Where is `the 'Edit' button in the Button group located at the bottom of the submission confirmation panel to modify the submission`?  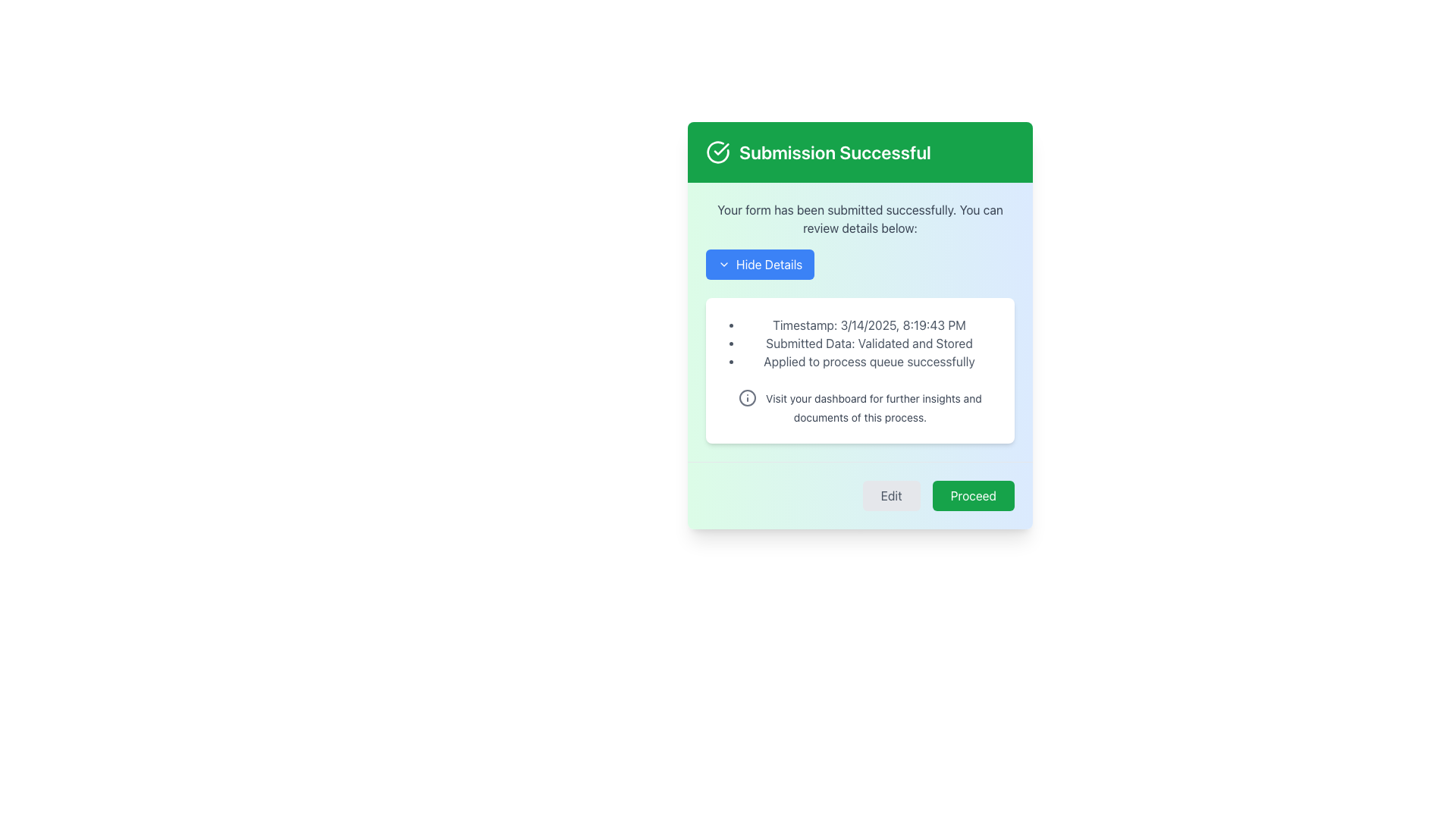 the 'Edit' button in the Button group located at the bottom of the submission confirmation panel to modify the submission is located at coordinates (860, 495).